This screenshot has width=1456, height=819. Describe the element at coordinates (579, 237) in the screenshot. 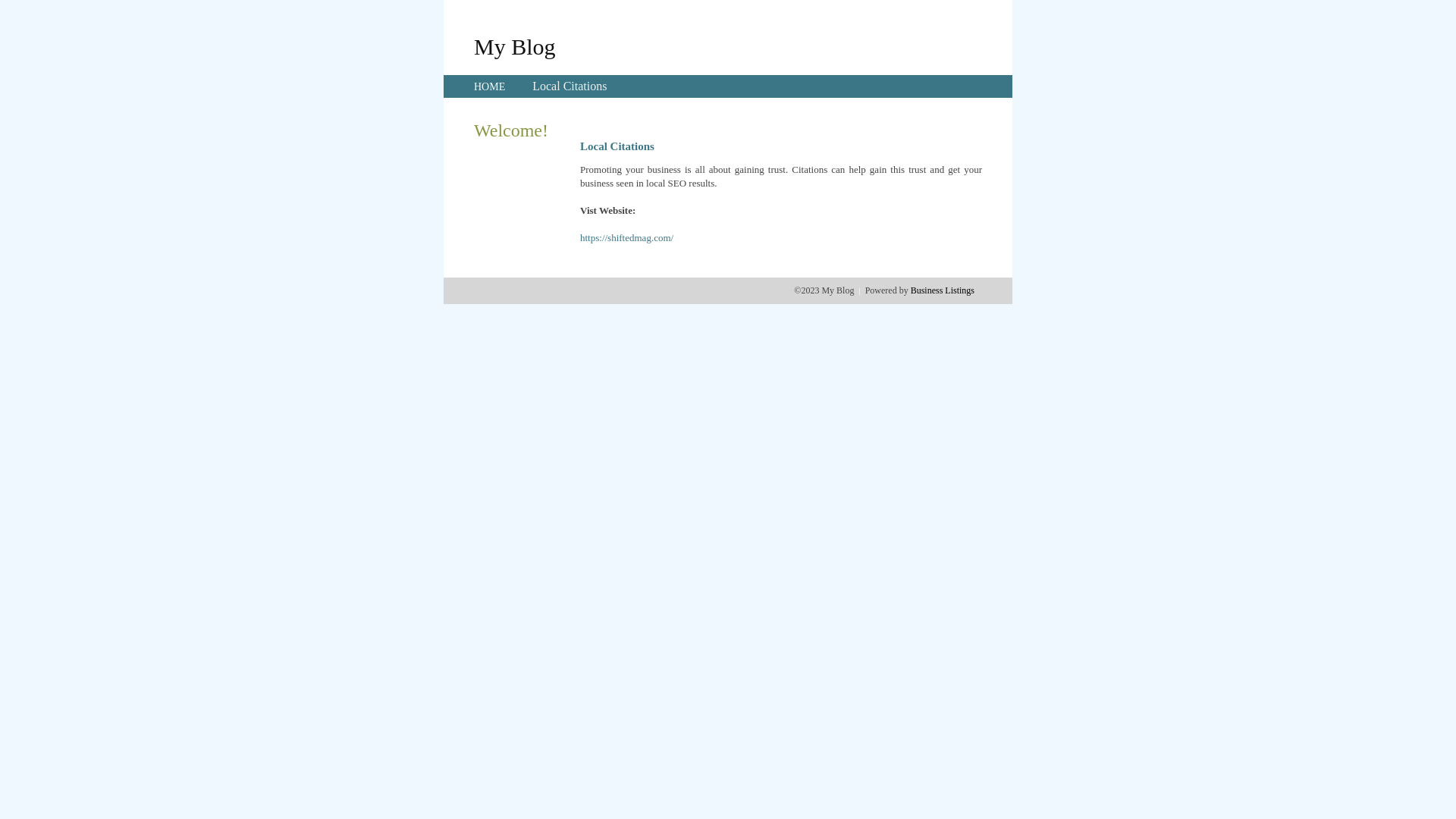

I see `'https://shiftedmag.com/'` at that location.